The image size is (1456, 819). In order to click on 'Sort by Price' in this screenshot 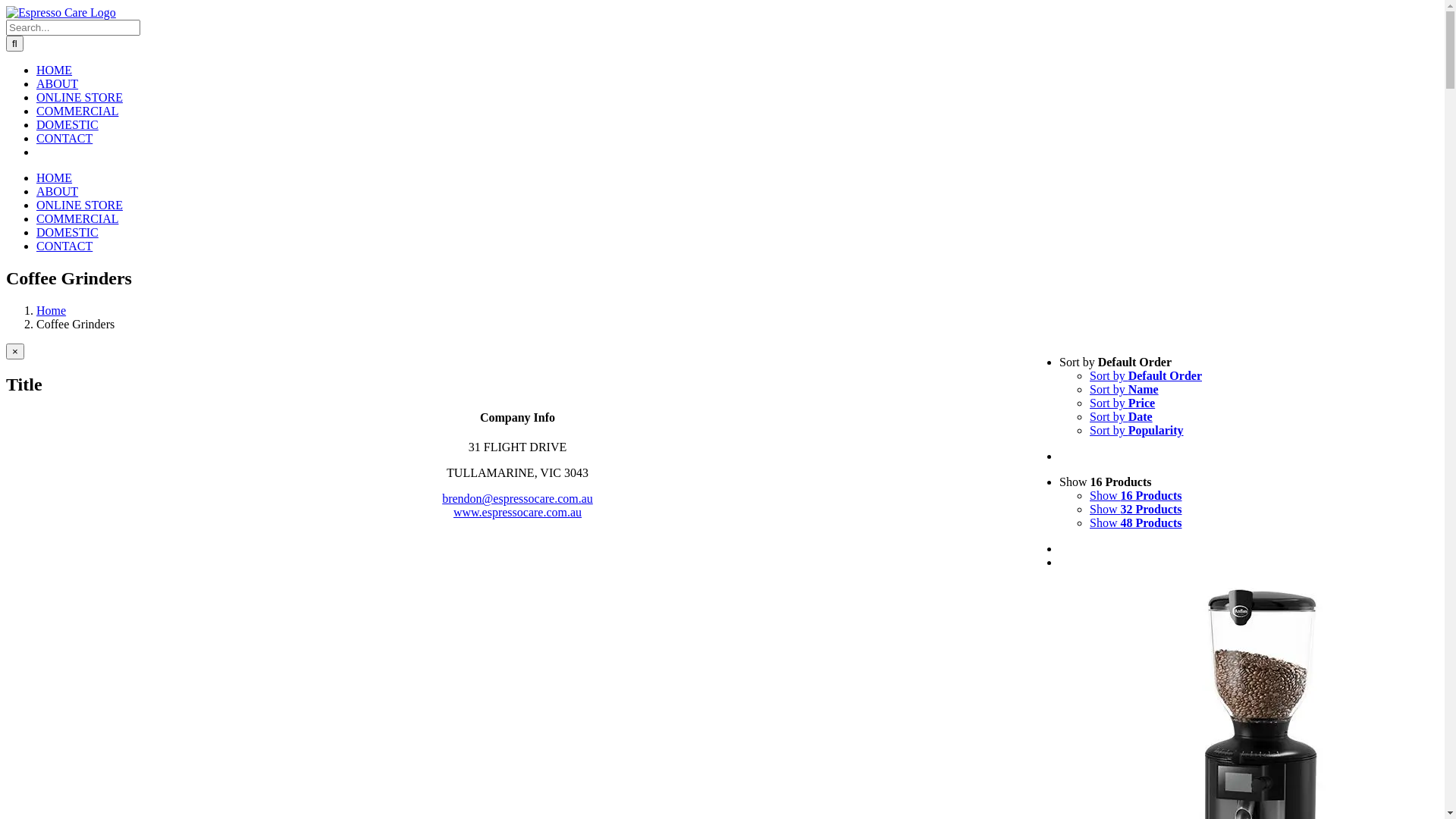, I will do `click(1088, 402)`.